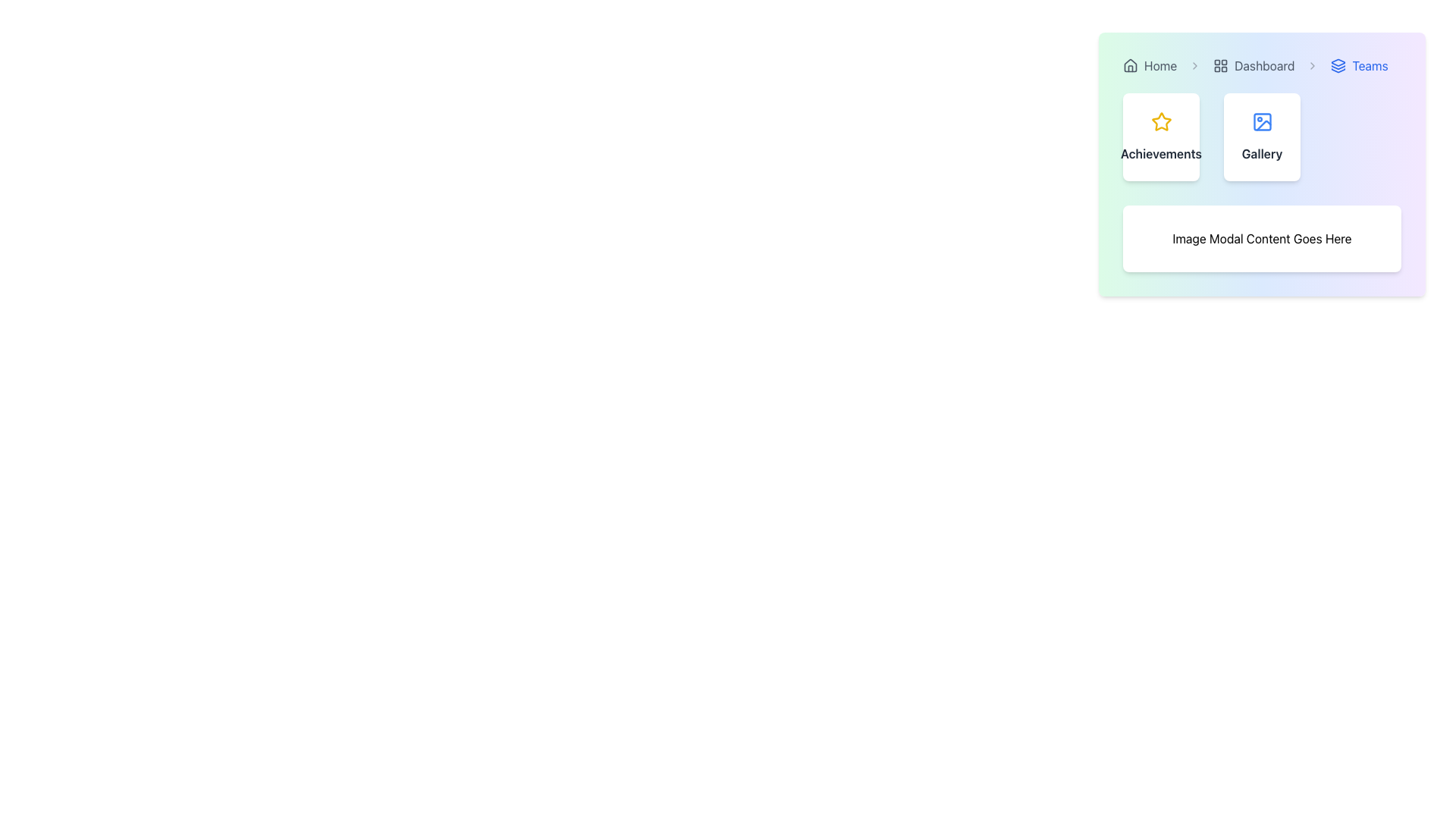 This screenshot has width=1456, height=819. I want to click on the 'Gallery' text label, which is styled with a bold font and gray color, located centrally under an image icon in the second card of two cards, so click(1262, 154).